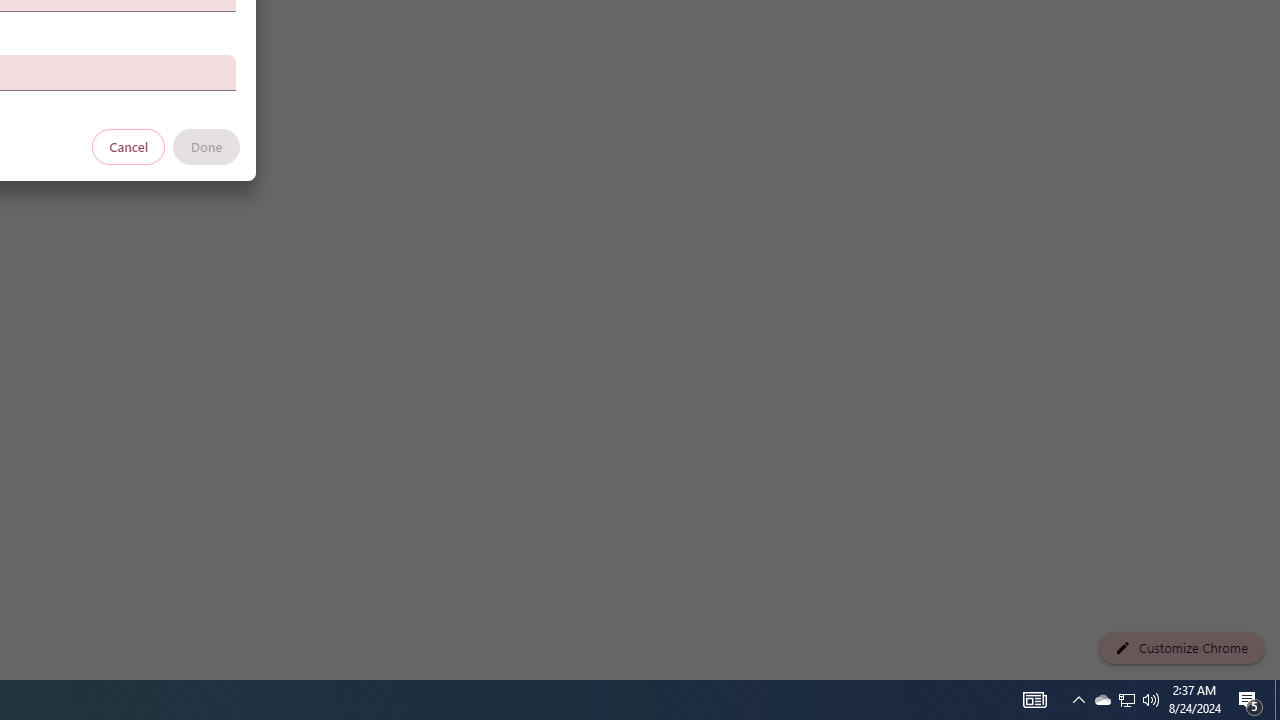 This screenshot has width=1280, height=720. Describe the element at coordinates (128, 145) in the screenshot. I see `'Cancel'` at that location.